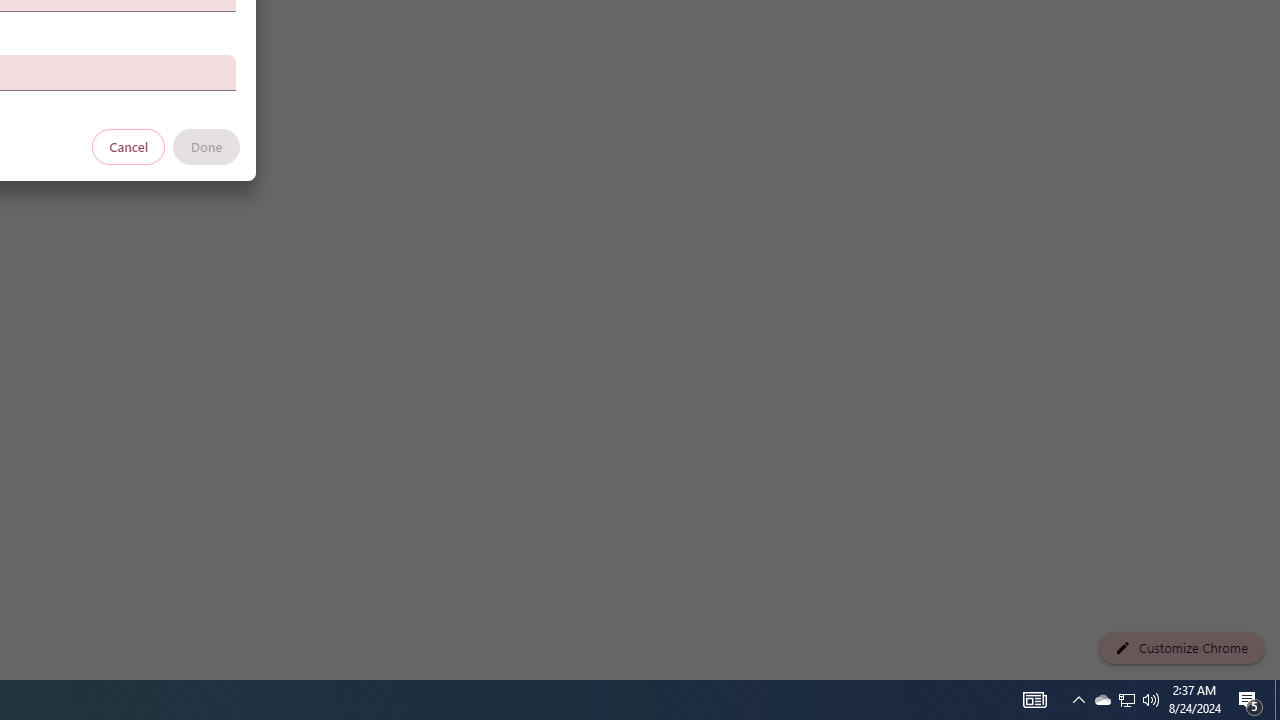 This screenshot has width=1280, height=720. Describe the element at coordinates (128, 145) in the screenshot. I see `'Cancel'` at that location.